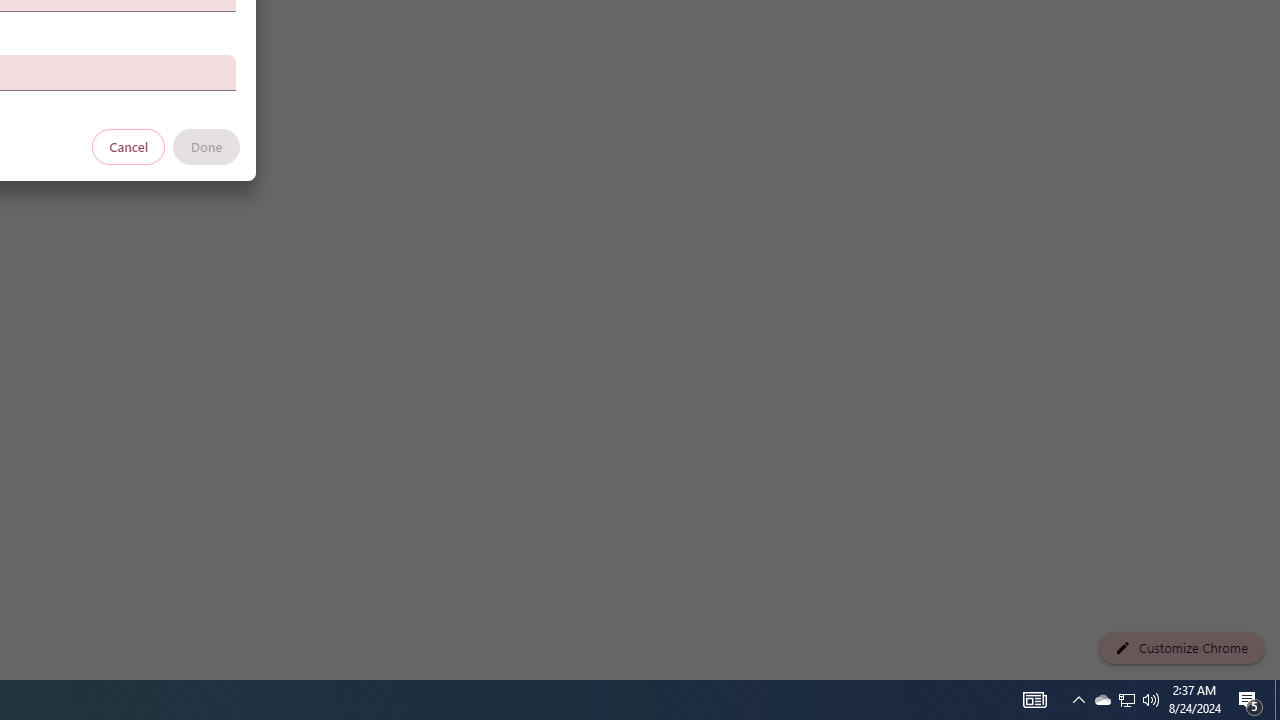 This screenshot has width=1280, height=720. Describe the element at coordinates (128, 145) in the screenshot. I see `'Cancel'` at that location.